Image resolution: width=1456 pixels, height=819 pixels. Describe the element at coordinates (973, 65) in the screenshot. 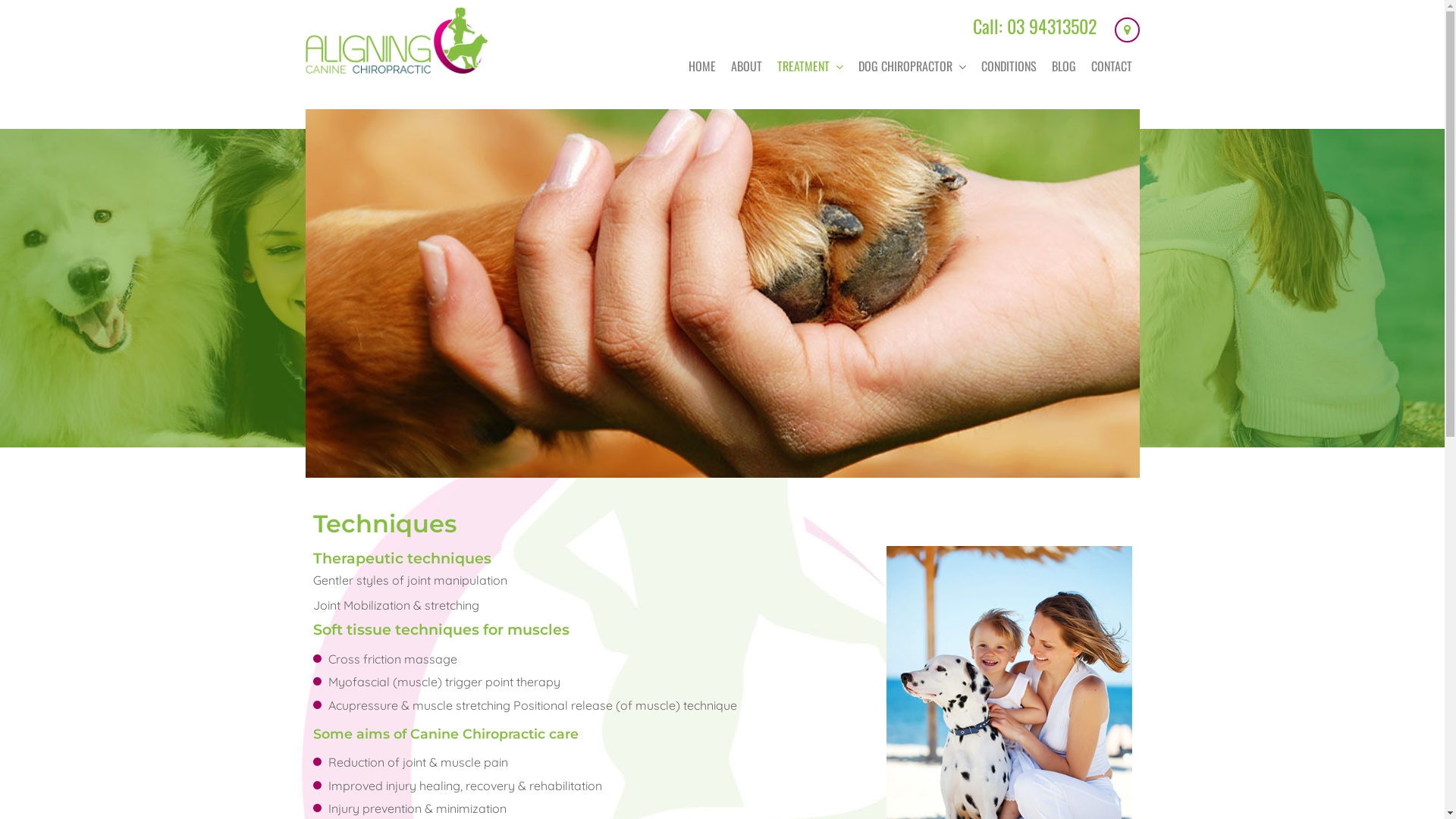

I see `'CONDITIONS'` at that location.